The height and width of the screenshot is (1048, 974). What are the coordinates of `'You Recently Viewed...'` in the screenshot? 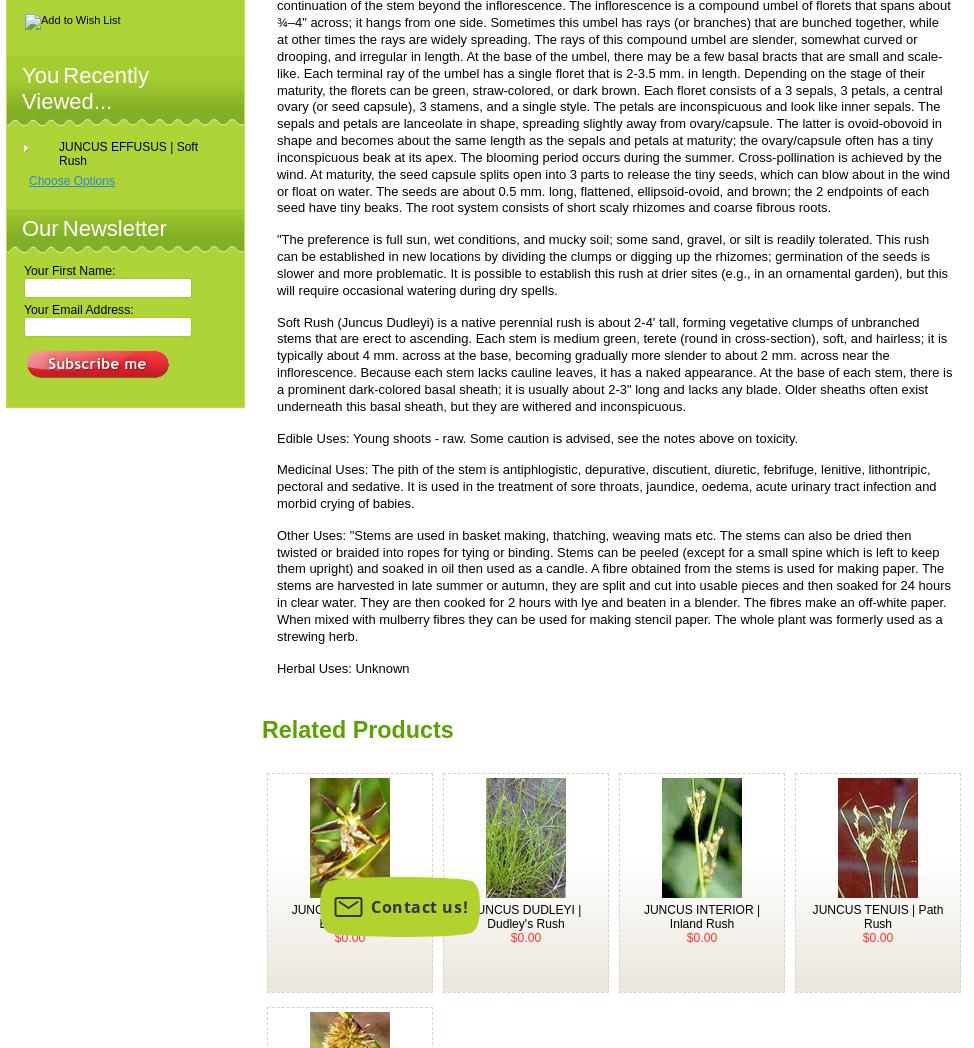 It's located at (84, 87).